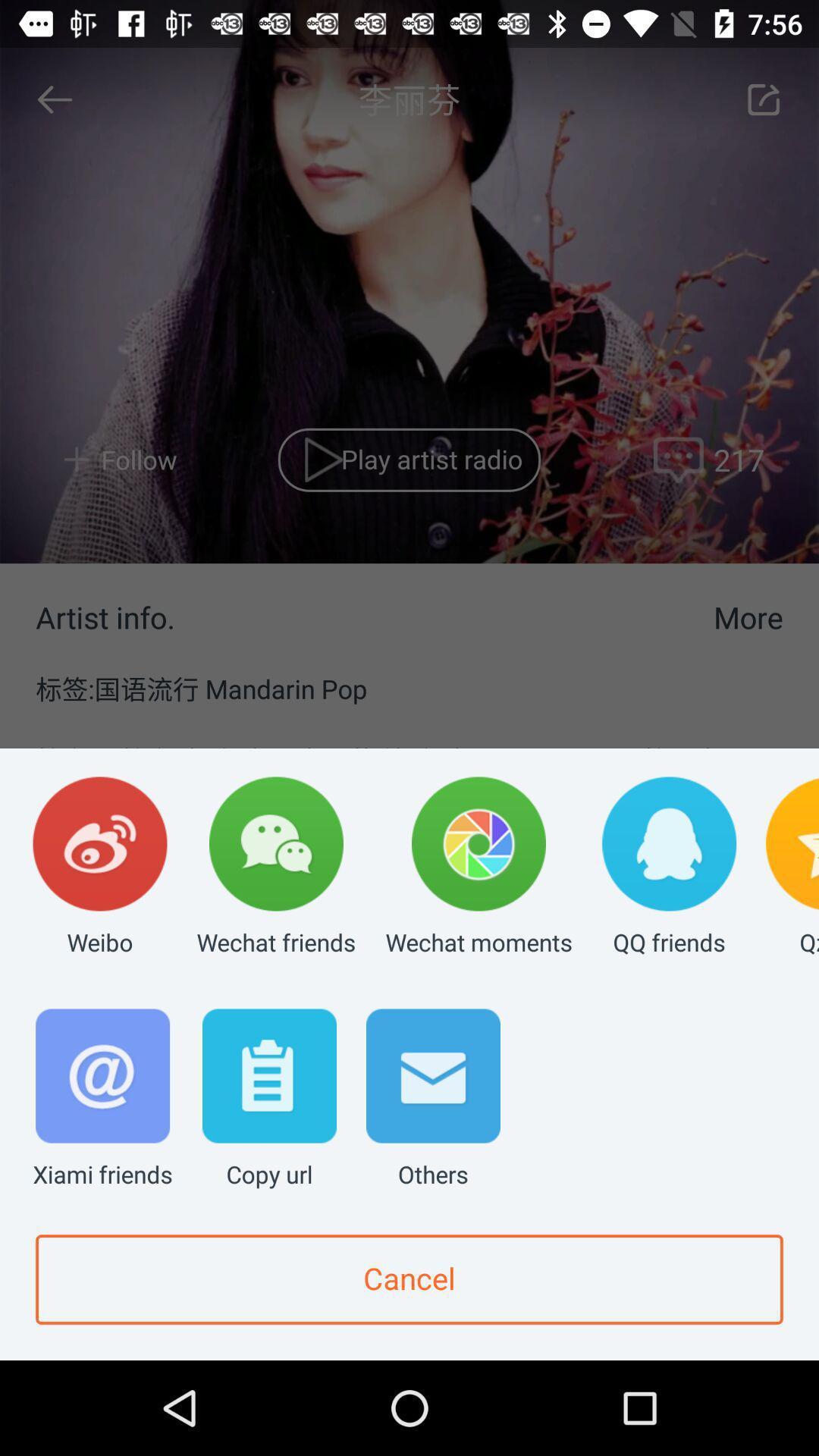  What do you see at coordinates (668, 868) in the screenshot?
I see `the icon next to qzone` at bounding box center [668, 868].